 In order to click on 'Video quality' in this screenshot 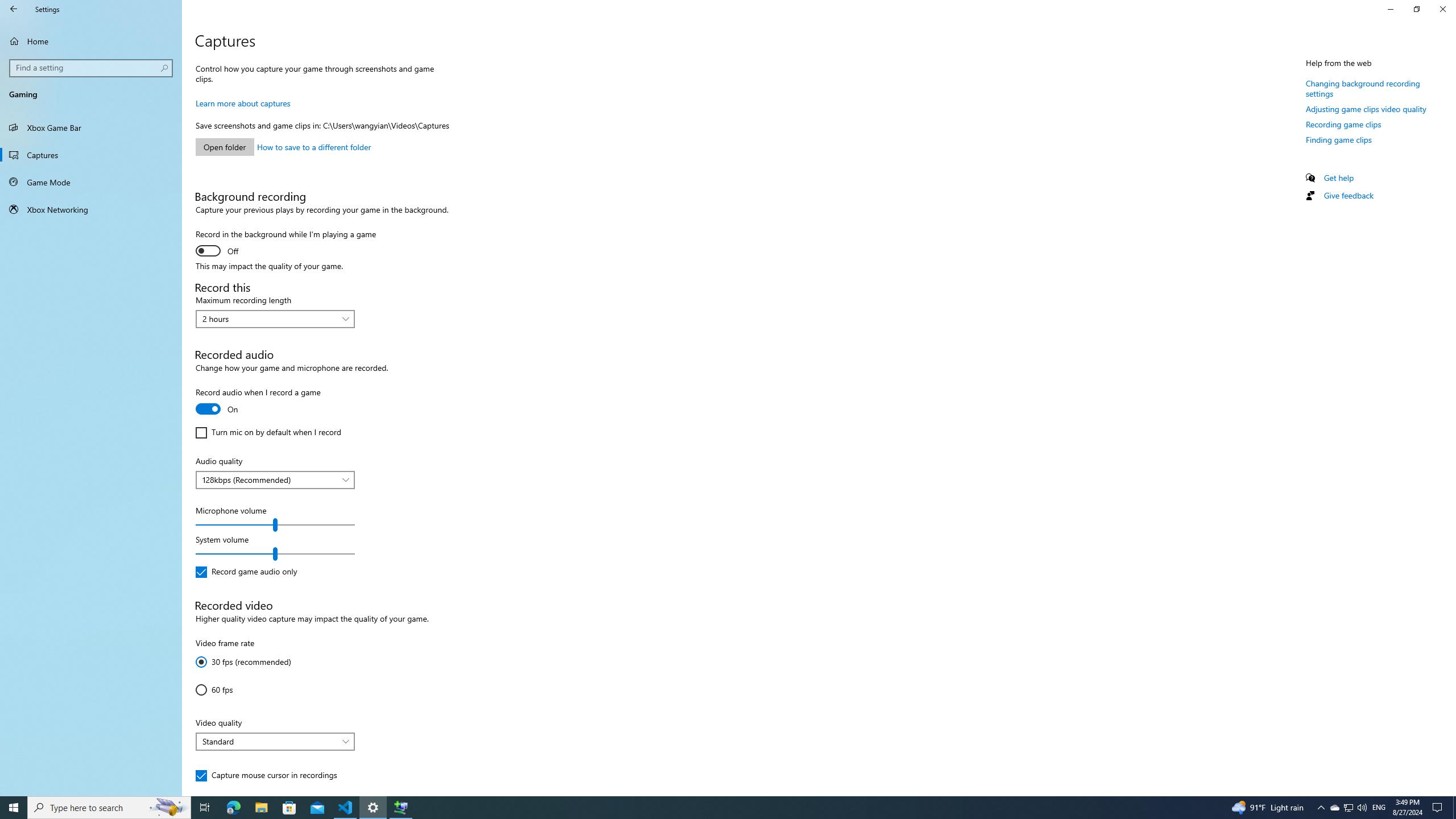, I will do `click(274, 741)`.